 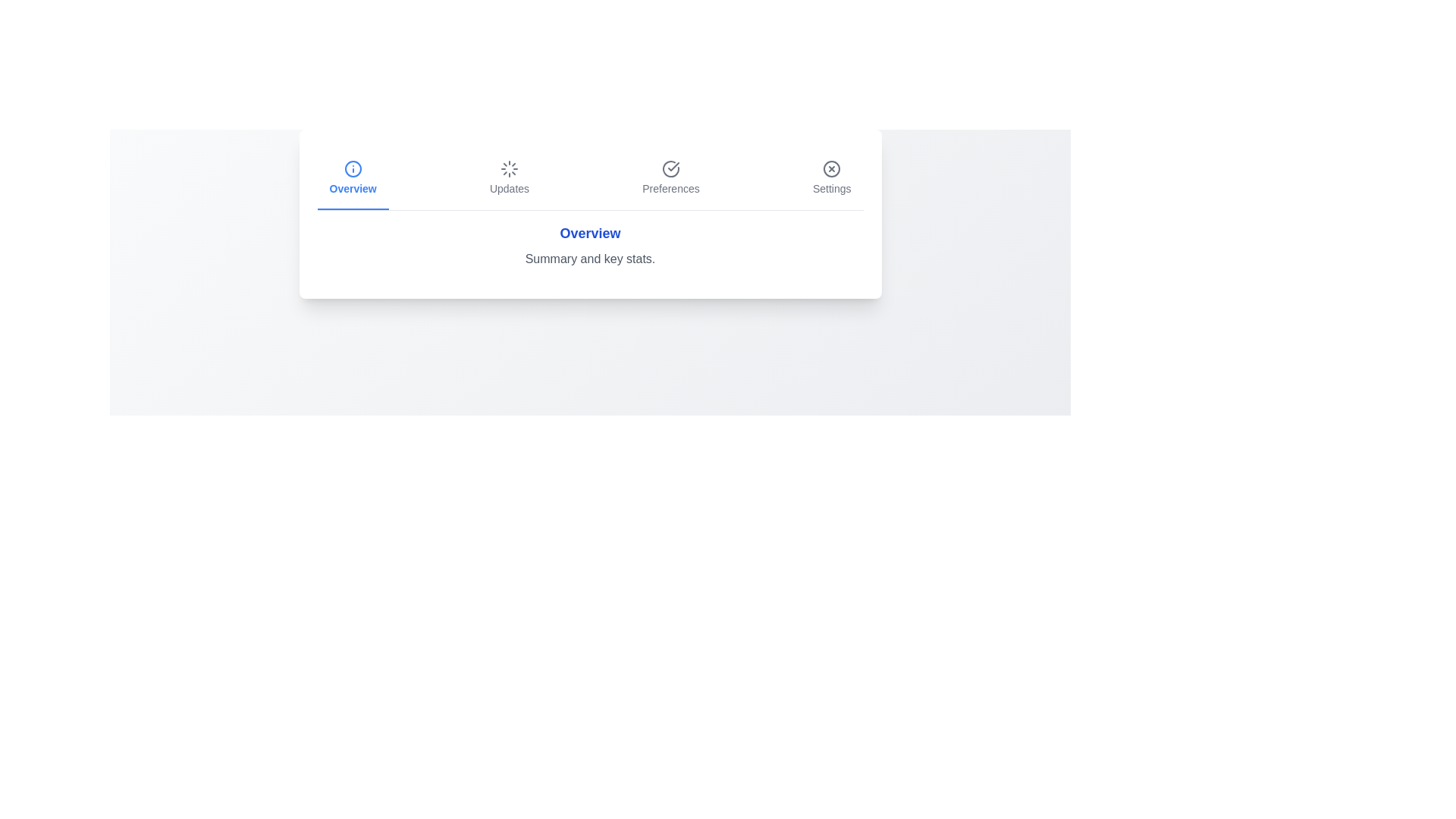 What do you see at coordinates (670, 177) in the screenshot?
I see `the tab labeled Preferences` at bounding box center [670, 177].